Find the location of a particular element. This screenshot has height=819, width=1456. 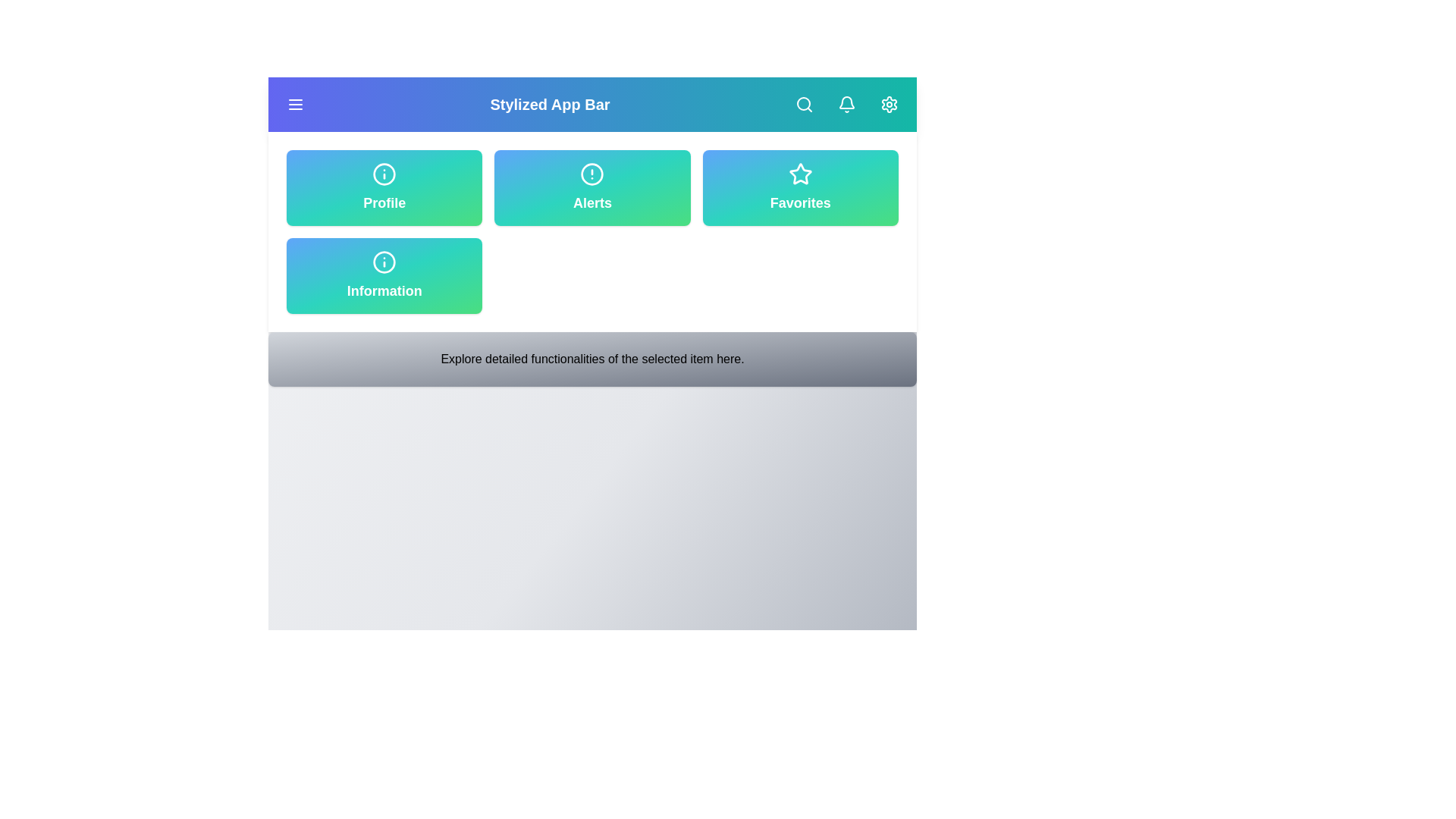

the 'Profile' button to select it is located at coordinates (384, 187).